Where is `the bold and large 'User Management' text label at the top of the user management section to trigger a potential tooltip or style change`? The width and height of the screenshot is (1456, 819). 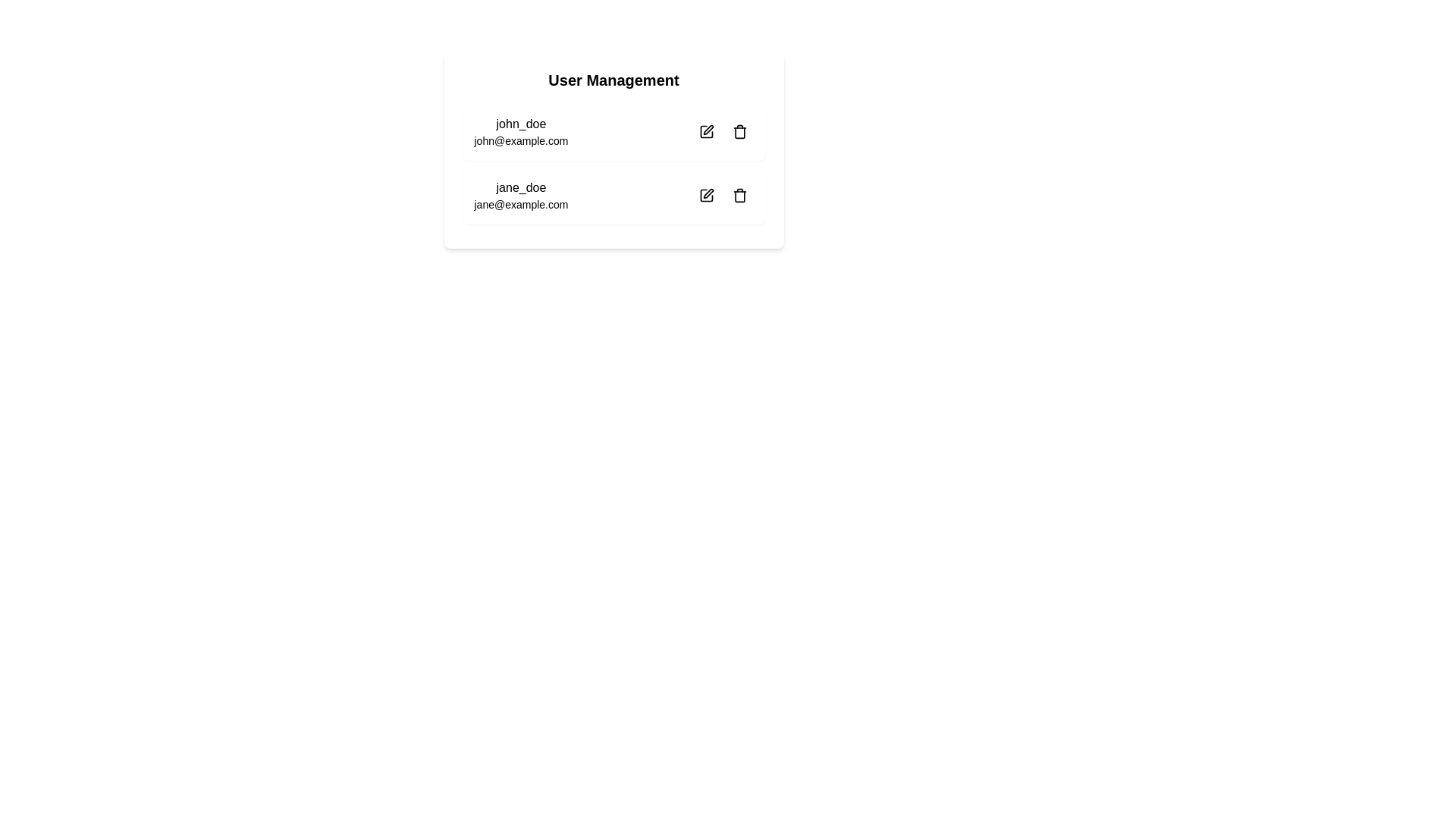
the bold and large 'User Management' text label at the top of the user management section to trigger a potential tooltip or style change is located at coordinates (613, 80).